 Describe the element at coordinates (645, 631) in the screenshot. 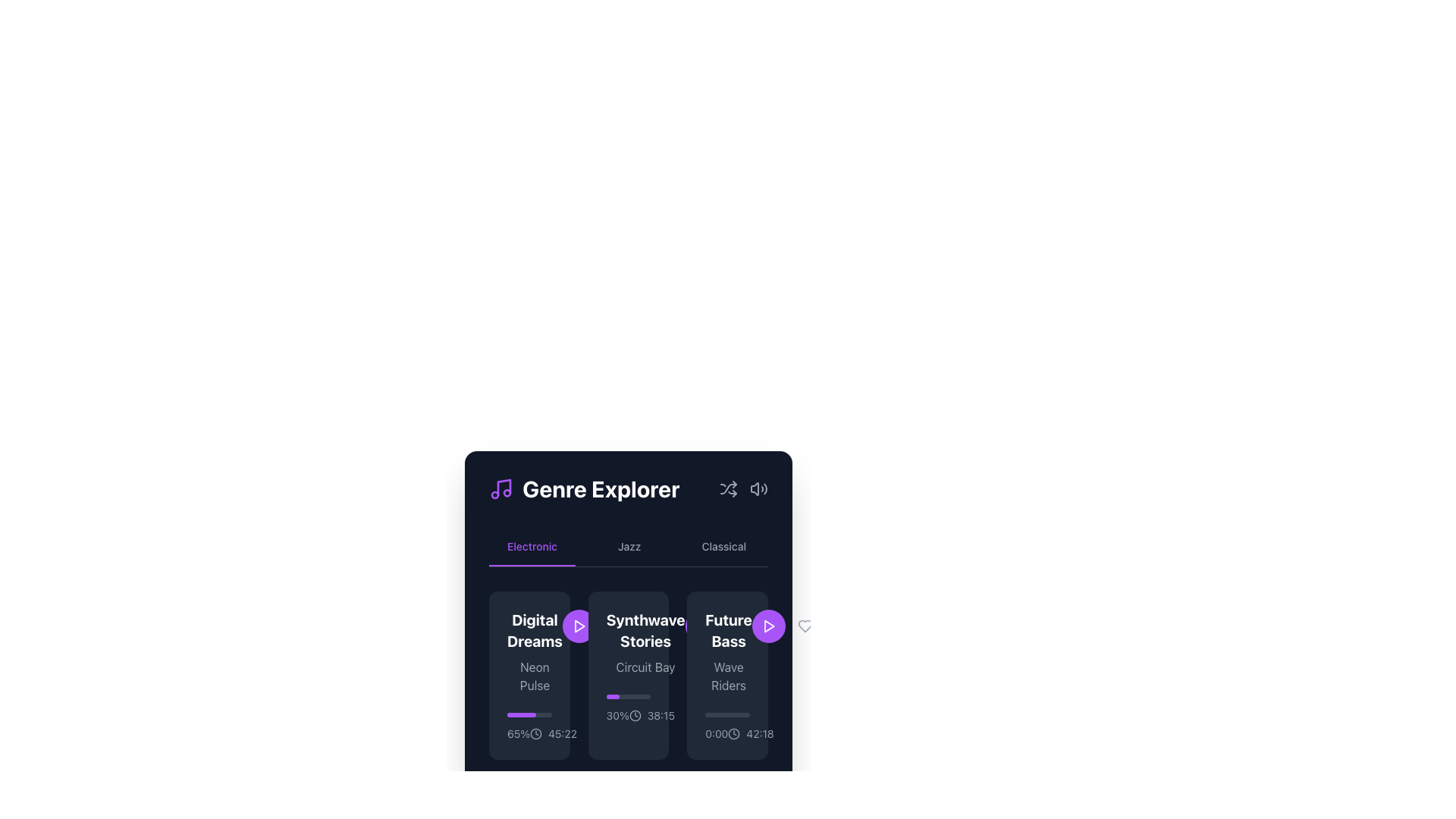

I see `text displayed in bold, extra-large white font that says 'Synthwave Stories' located in the center column of the 'Genre Explorer' interface` at that location.